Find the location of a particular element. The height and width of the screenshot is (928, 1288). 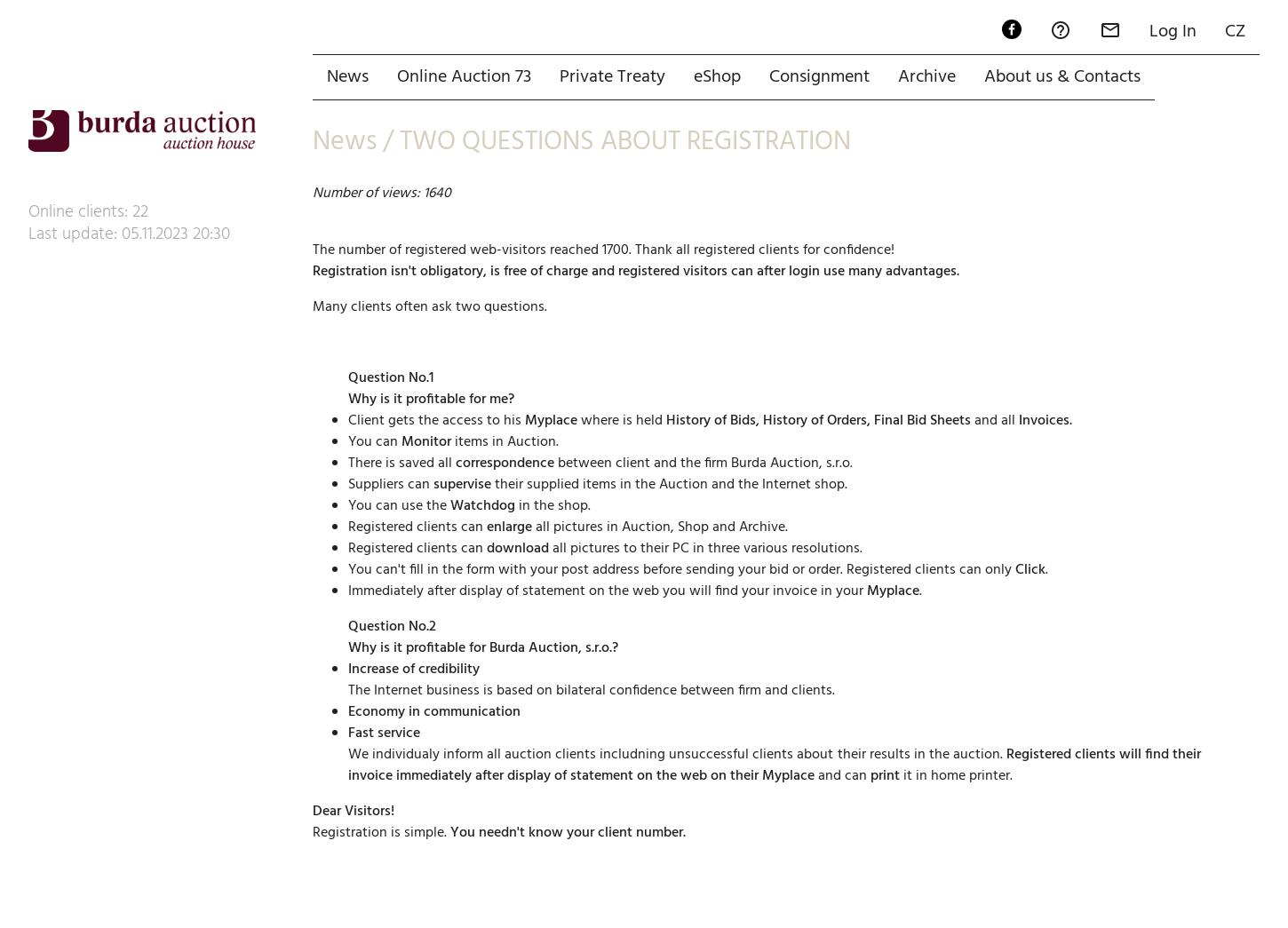

'There is saved all' is located at coordinates (401, 399).